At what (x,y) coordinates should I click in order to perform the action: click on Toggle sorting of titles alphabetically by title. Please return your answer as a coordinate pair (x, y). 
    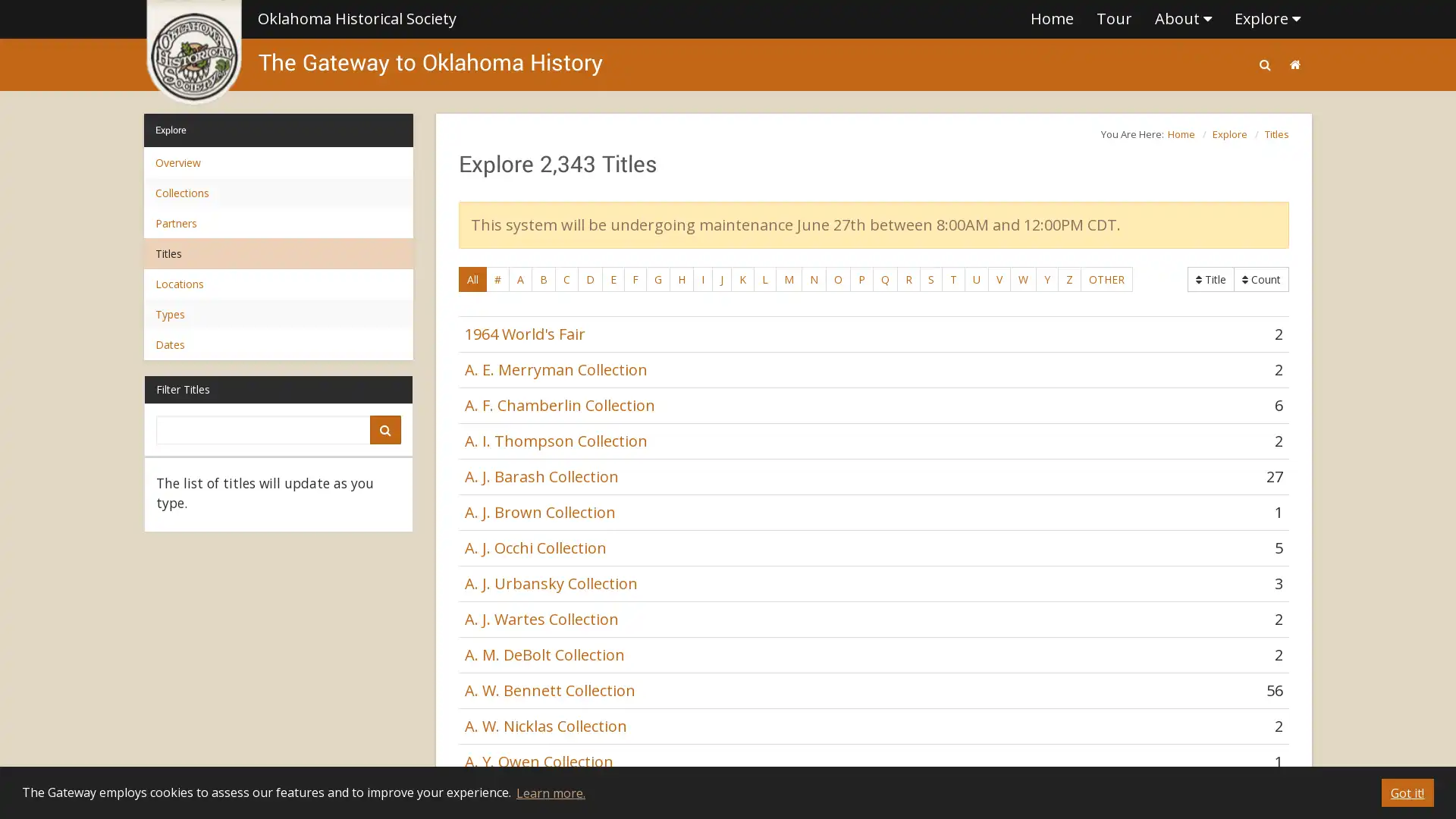
    Looking at the image, I should click on (1210, 279).